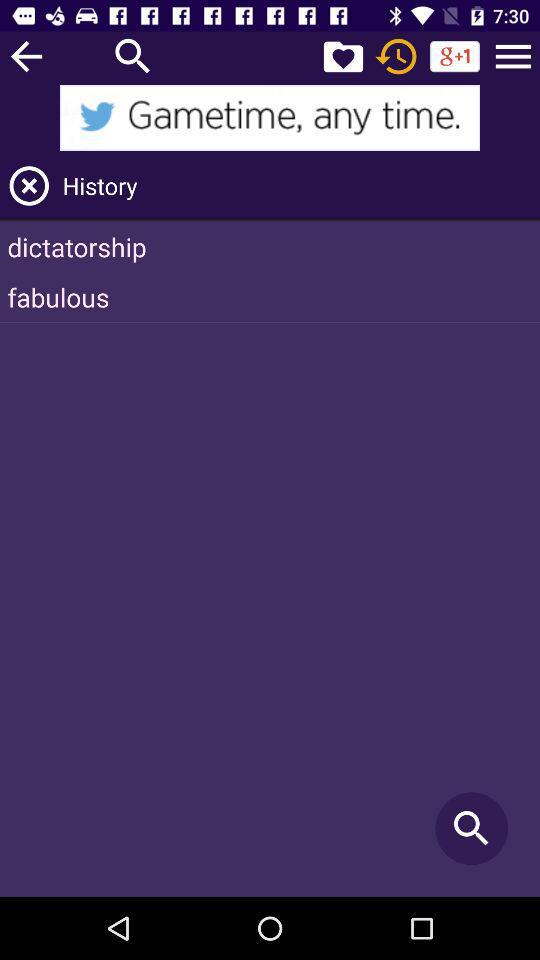 This screenshot has width=540, height=960. Describe the element at coordinates (270, 296) in the screenshot. I see `the item below the dictatorship item` at that location.